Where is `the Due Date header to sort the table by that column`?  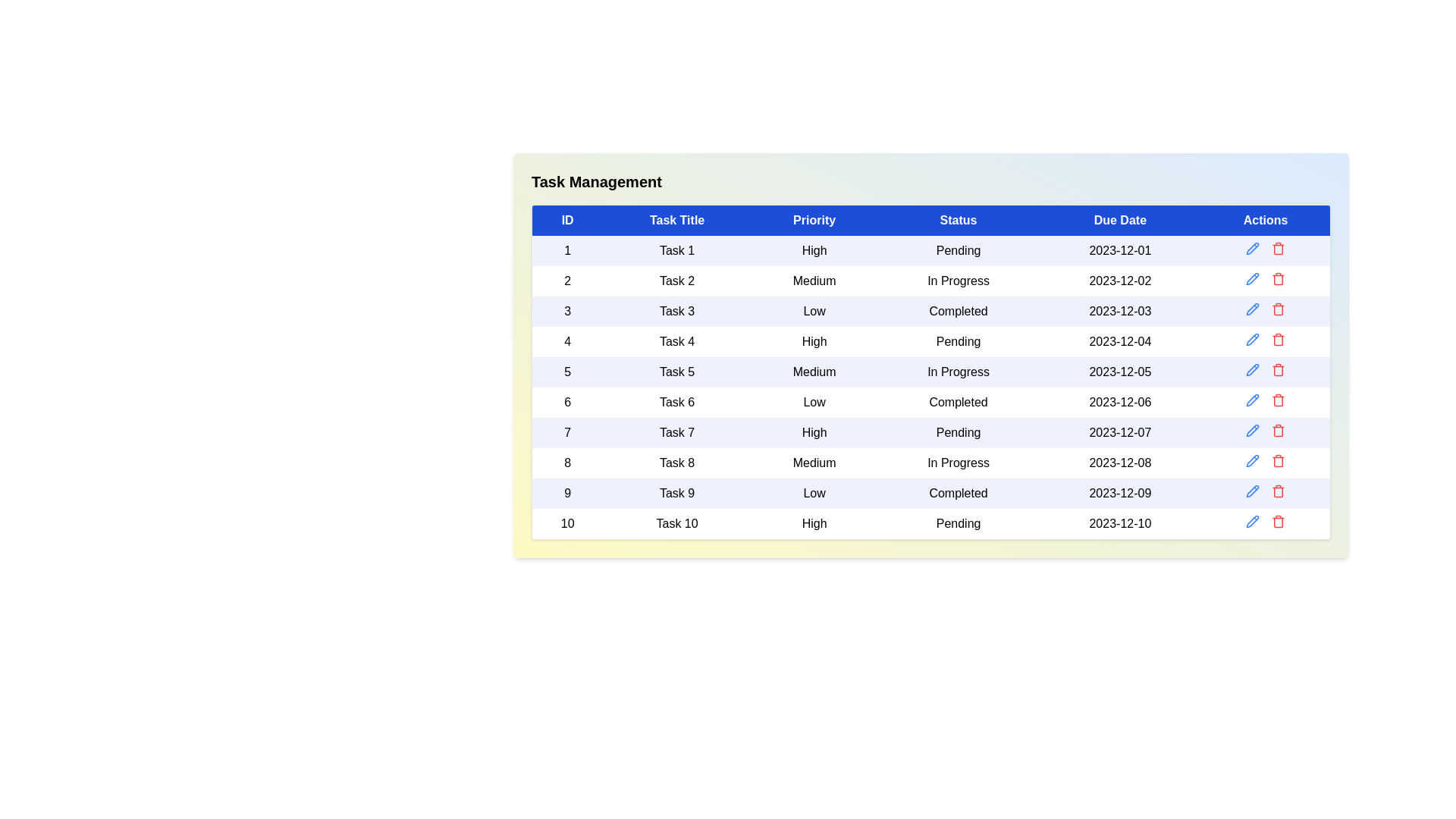
the Due Date header to sort the table by that column is located at coordinates (1120, 220).